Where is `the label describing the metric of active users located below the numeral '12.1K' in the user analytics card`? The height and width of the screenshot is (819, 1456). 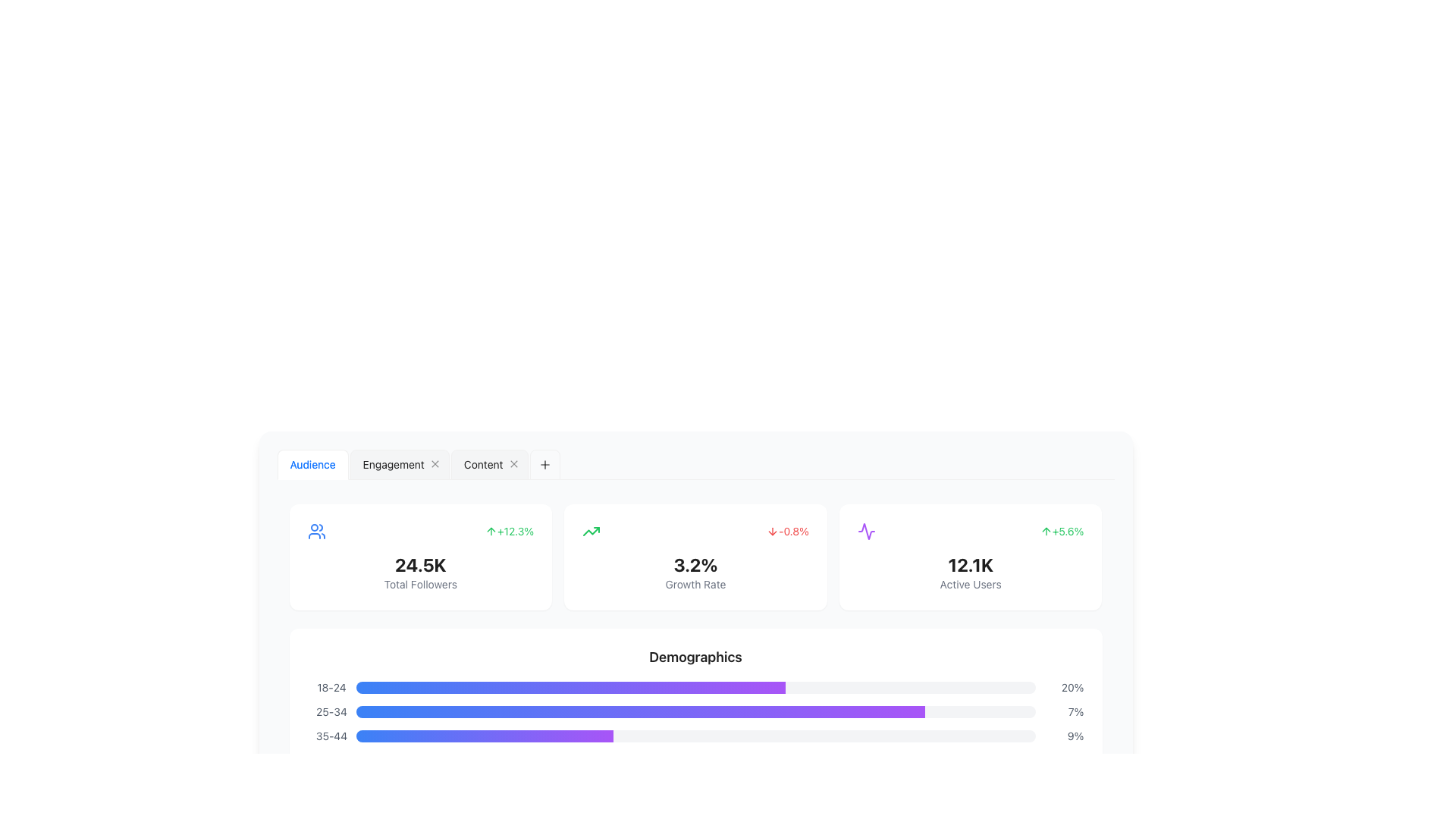
the label describing the metric of active users located below the numeral '12.1K' in the user analytics card is located at coordinates (971, 584).